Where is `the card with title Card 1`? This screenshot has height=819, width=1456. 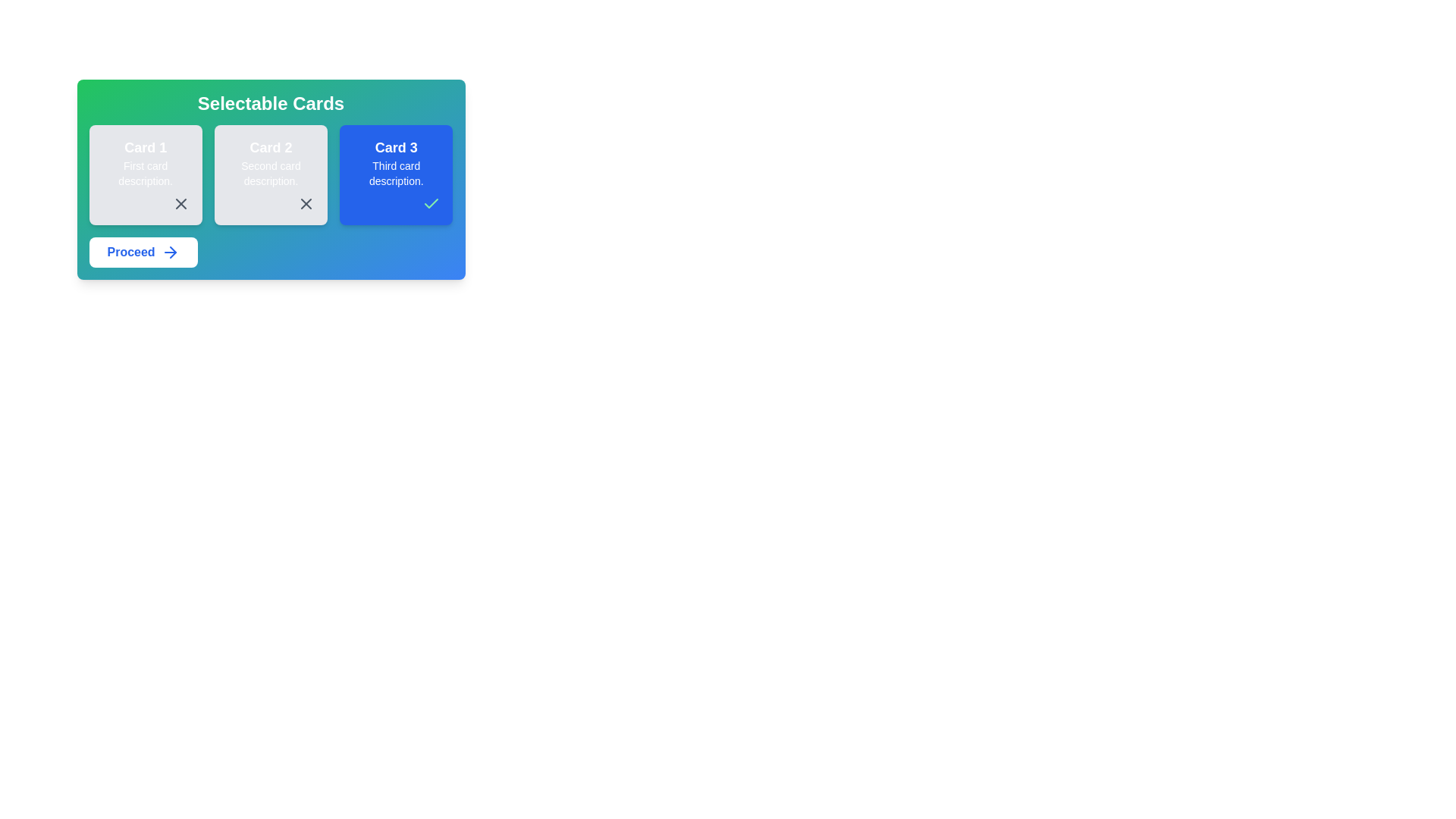
the card with title Card 1 is located at coordinates (146, 174).